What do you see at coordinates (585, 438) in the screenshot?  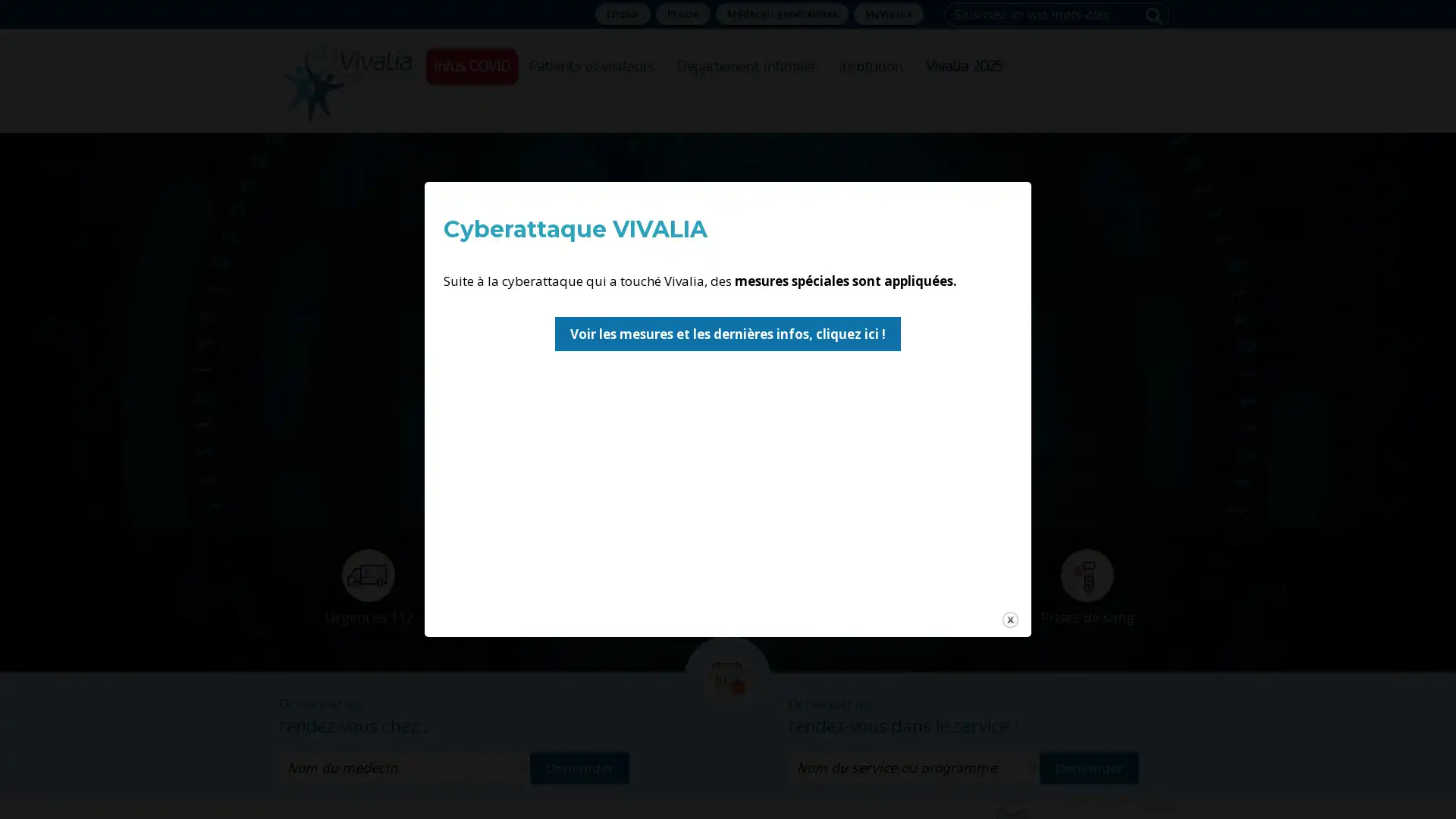 I see `close` at bounding box center [585, 438].